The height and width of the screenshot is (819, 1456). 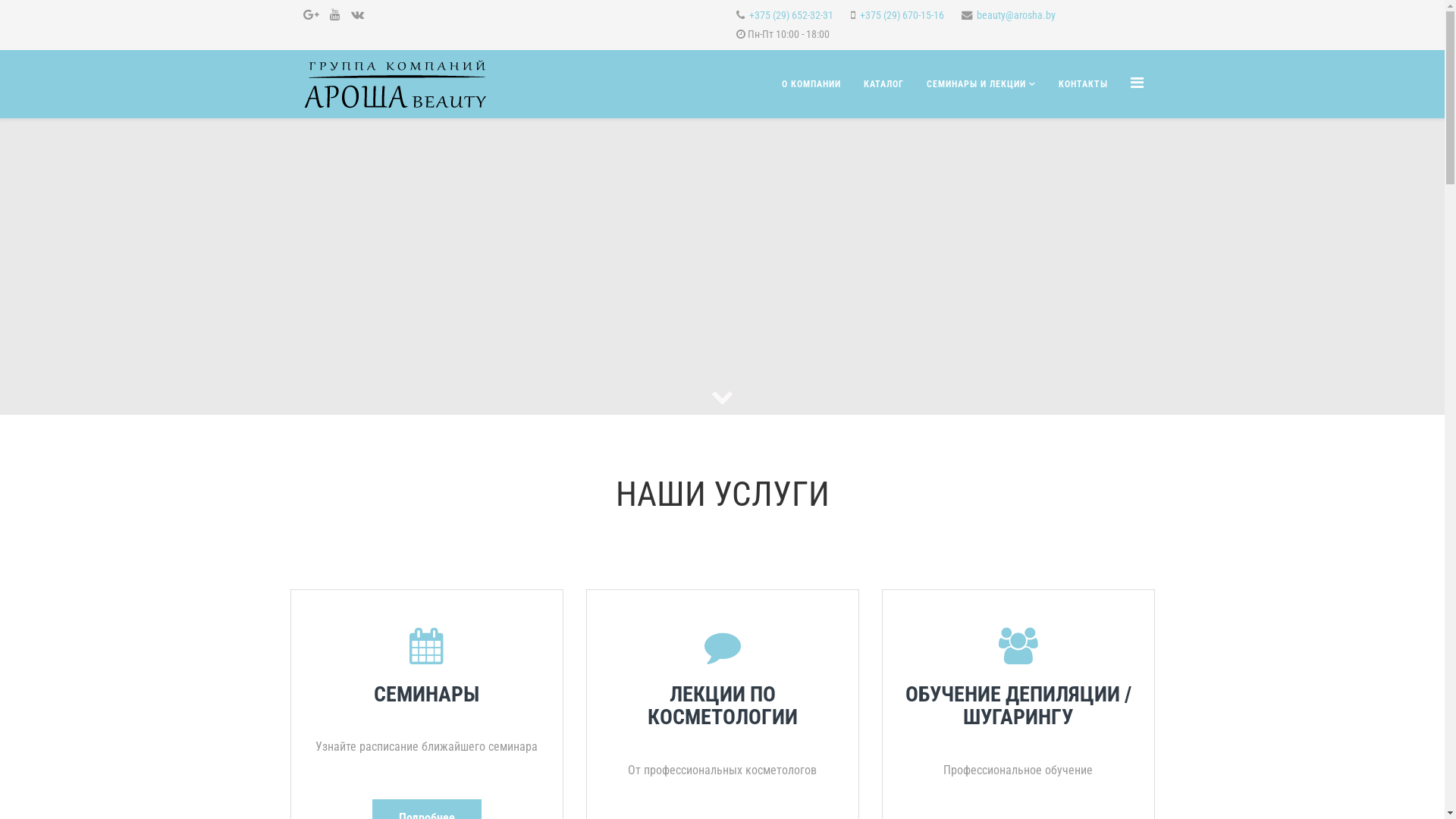 What do you see at coordinates (902, 15) in the screenshot?
I see `'+375 (29) 670-15-16'` at bounding box center [902, 15].